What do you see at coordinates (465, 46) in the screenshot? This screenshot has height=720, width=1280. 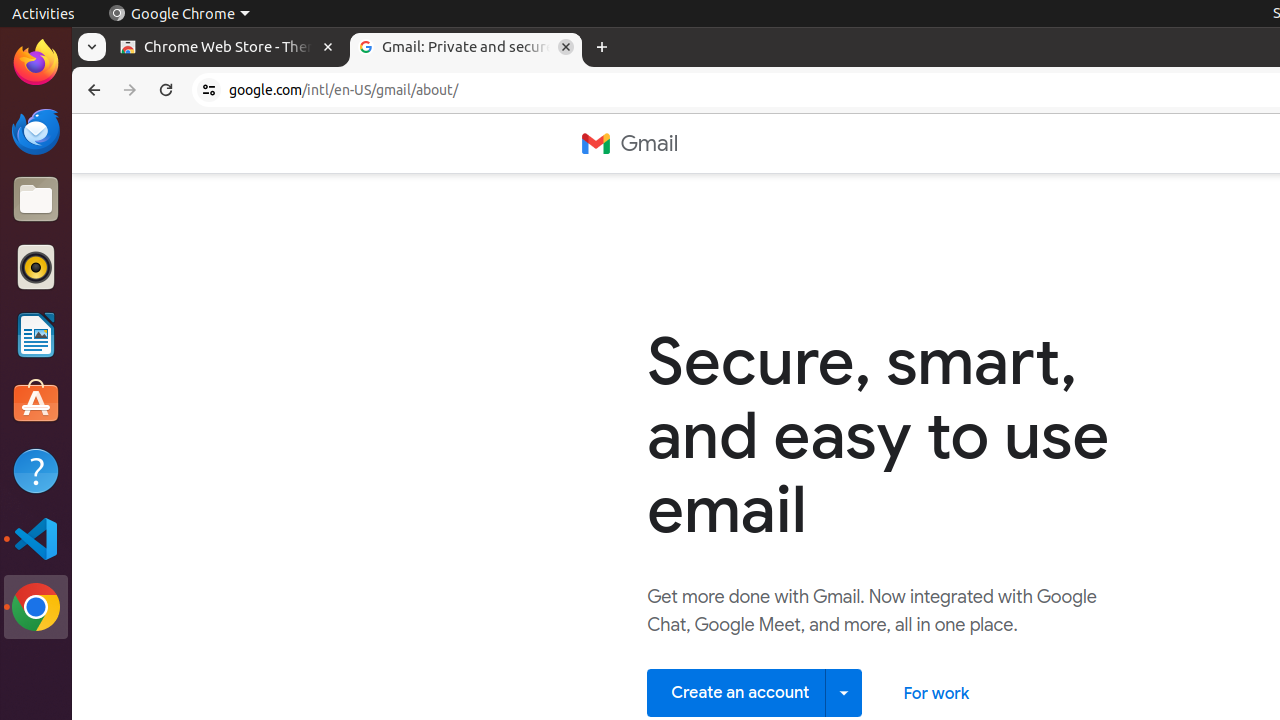 I see `'Gmail: Private and secure email at no cost | Google Workspace - Memory usage - 111 MB'` at bounding box center [465, 46].